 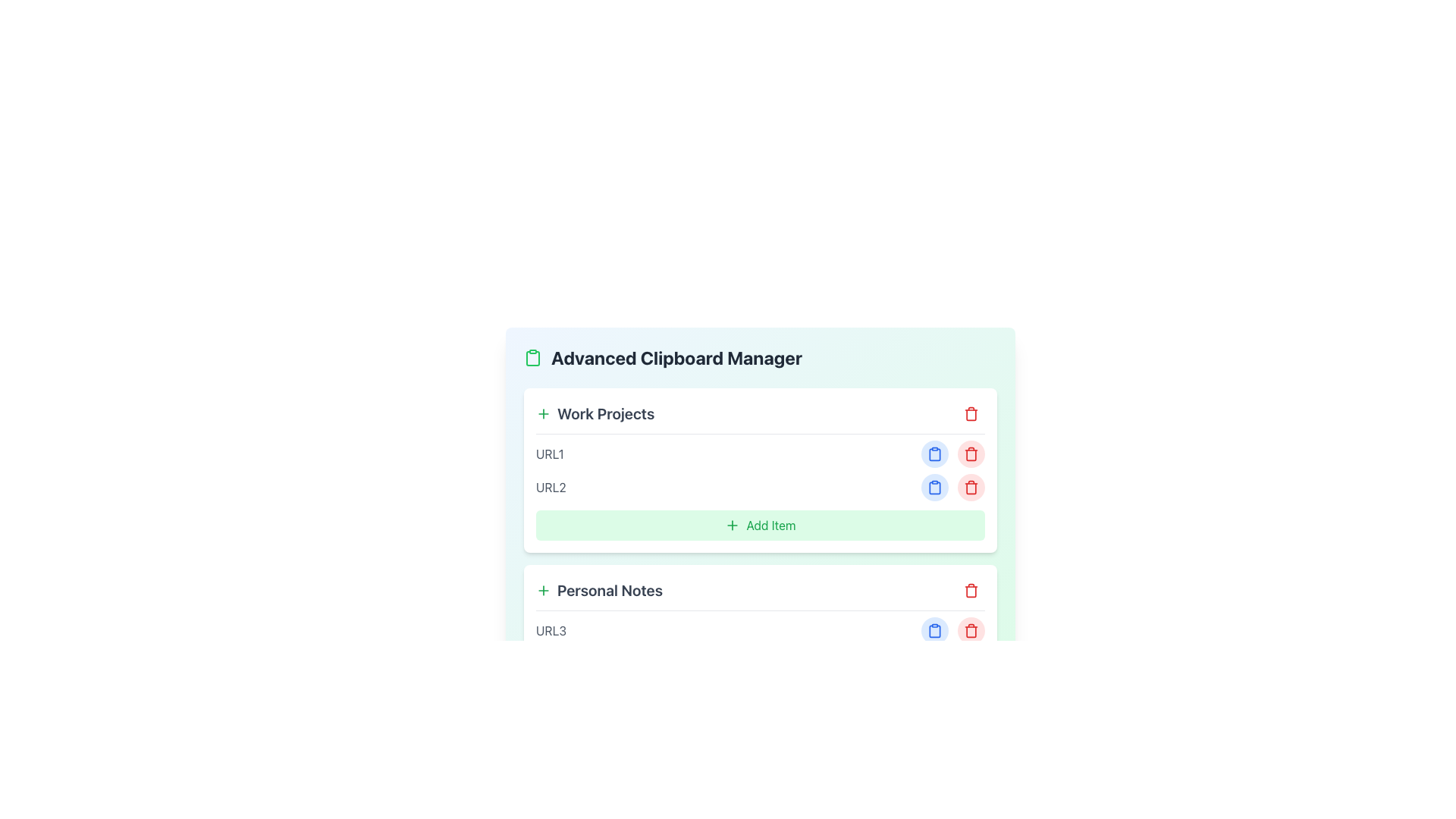 What do you see at coordinates (952, 453) in the screenshot?
I see `the blue circular button with a clipboard icon in the horizontal button group located to the right of 'URL1'` at bounding box center [952, 453].